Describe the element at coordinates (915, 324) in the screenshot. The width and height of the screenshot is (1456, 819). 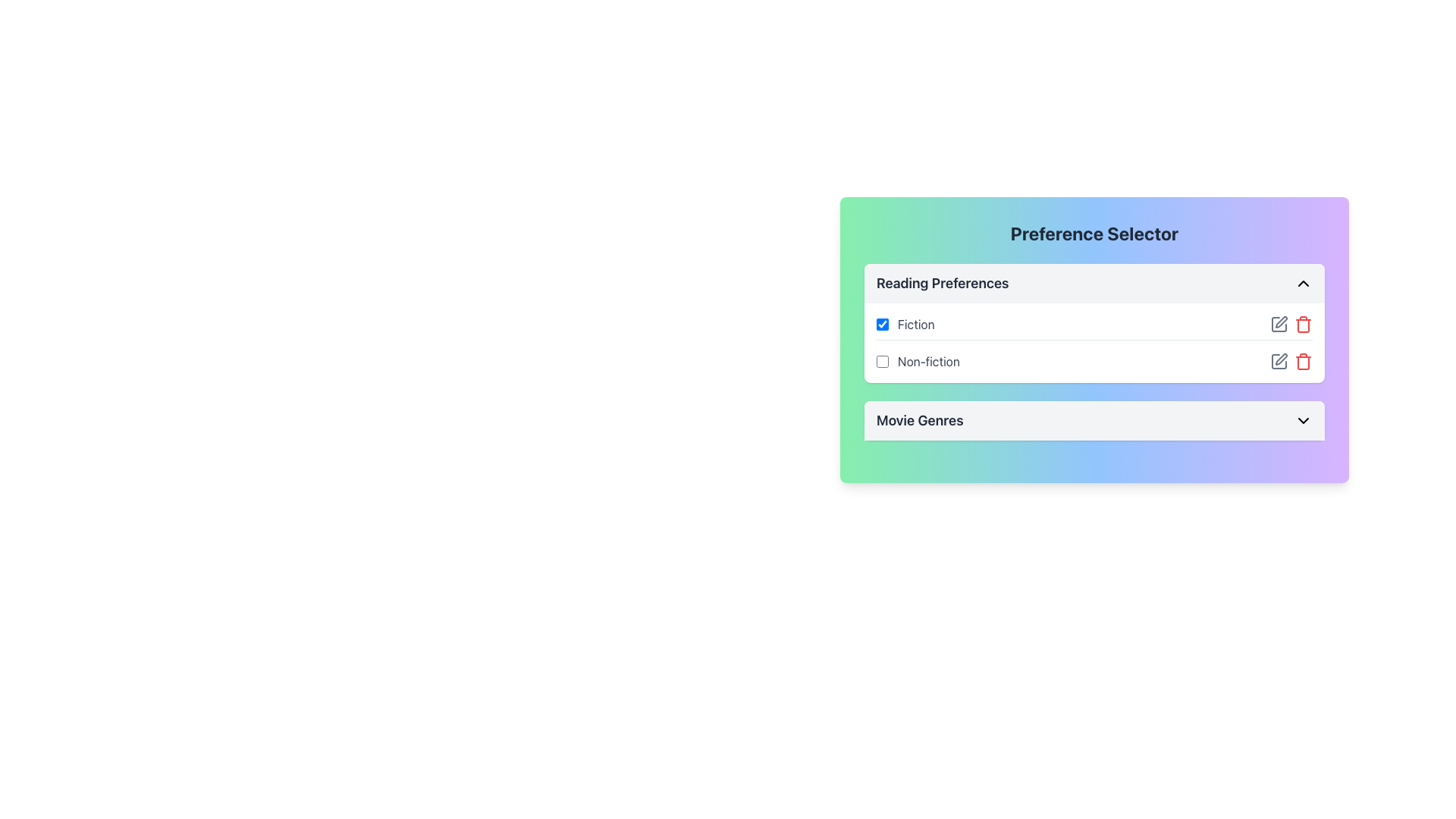
I see `the text label displaying 'Fiction' in gray color, located to the right of a blue checkbox within the 'Reading Preferences' section` at that location.